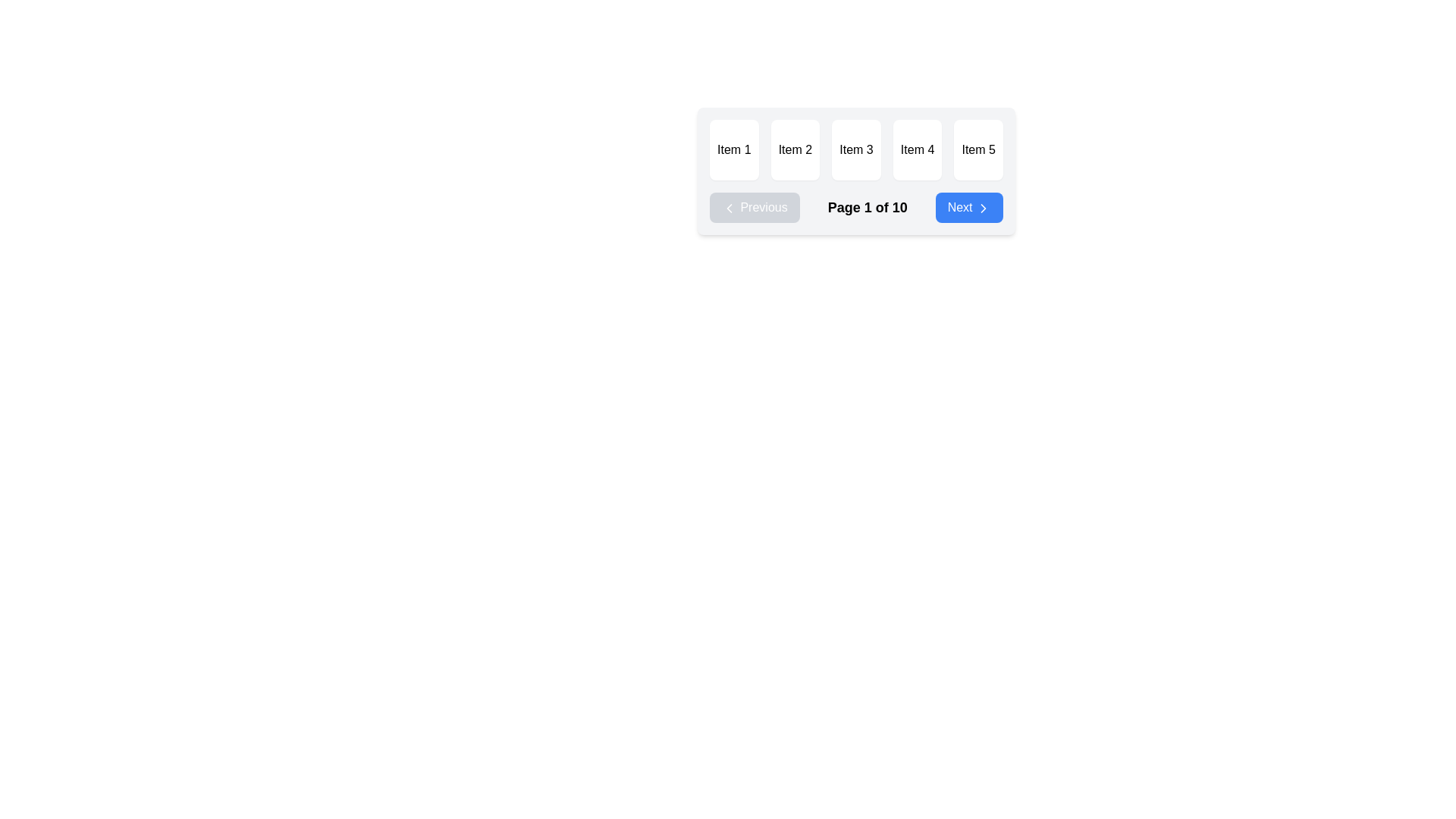  What do you see at coordinates (983, 207) in the screenshot?
I see `the chevron icon indicating progression within the 'Next' button on the right side of the pagination control` at bounding box center [983, 207].